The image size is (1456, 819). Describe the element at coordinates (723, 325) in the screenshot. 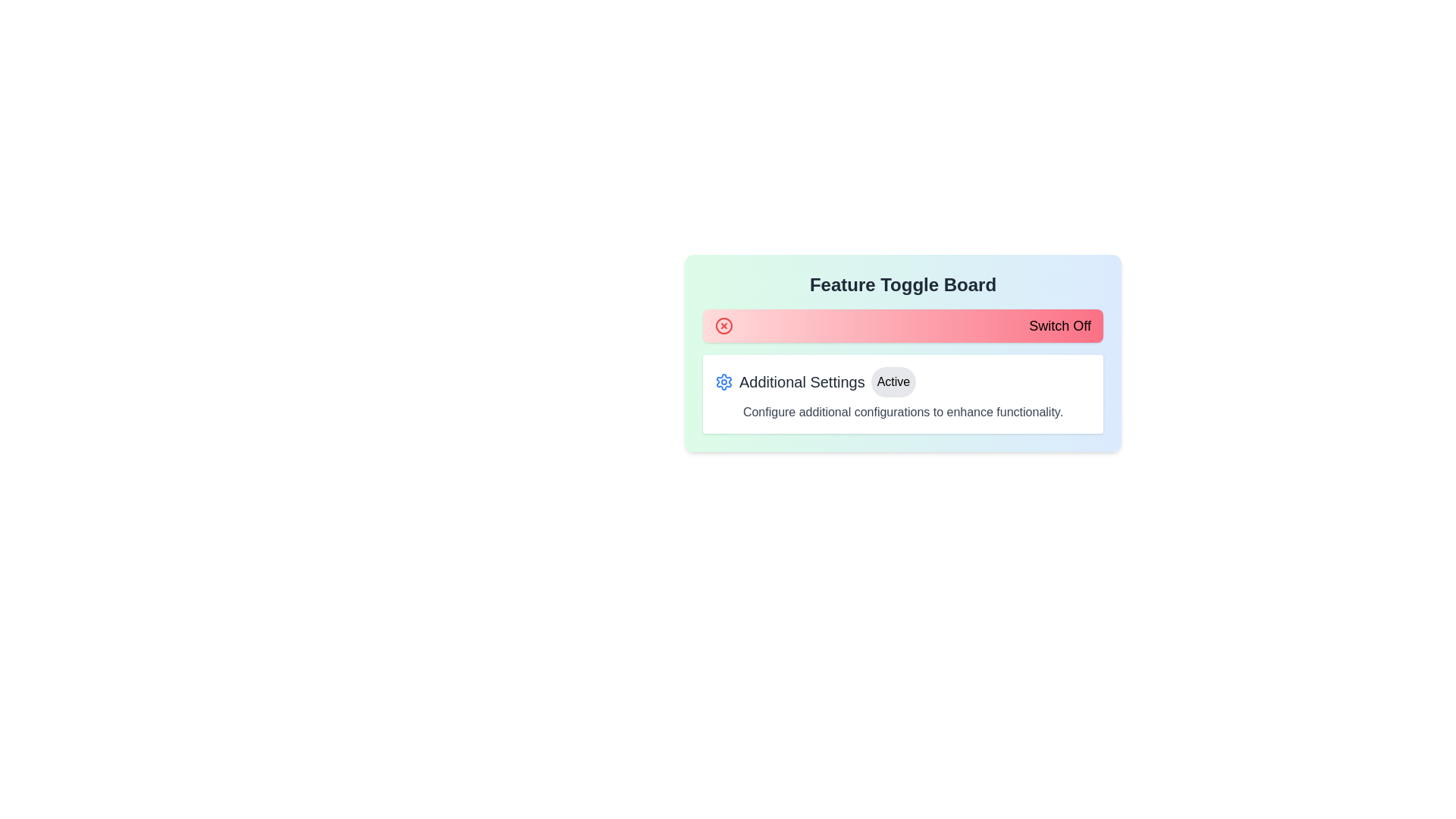

I see `the red circular icon resembling a cancel or close symbol located on the left side of the 'Switch Off' control bar` at that location.